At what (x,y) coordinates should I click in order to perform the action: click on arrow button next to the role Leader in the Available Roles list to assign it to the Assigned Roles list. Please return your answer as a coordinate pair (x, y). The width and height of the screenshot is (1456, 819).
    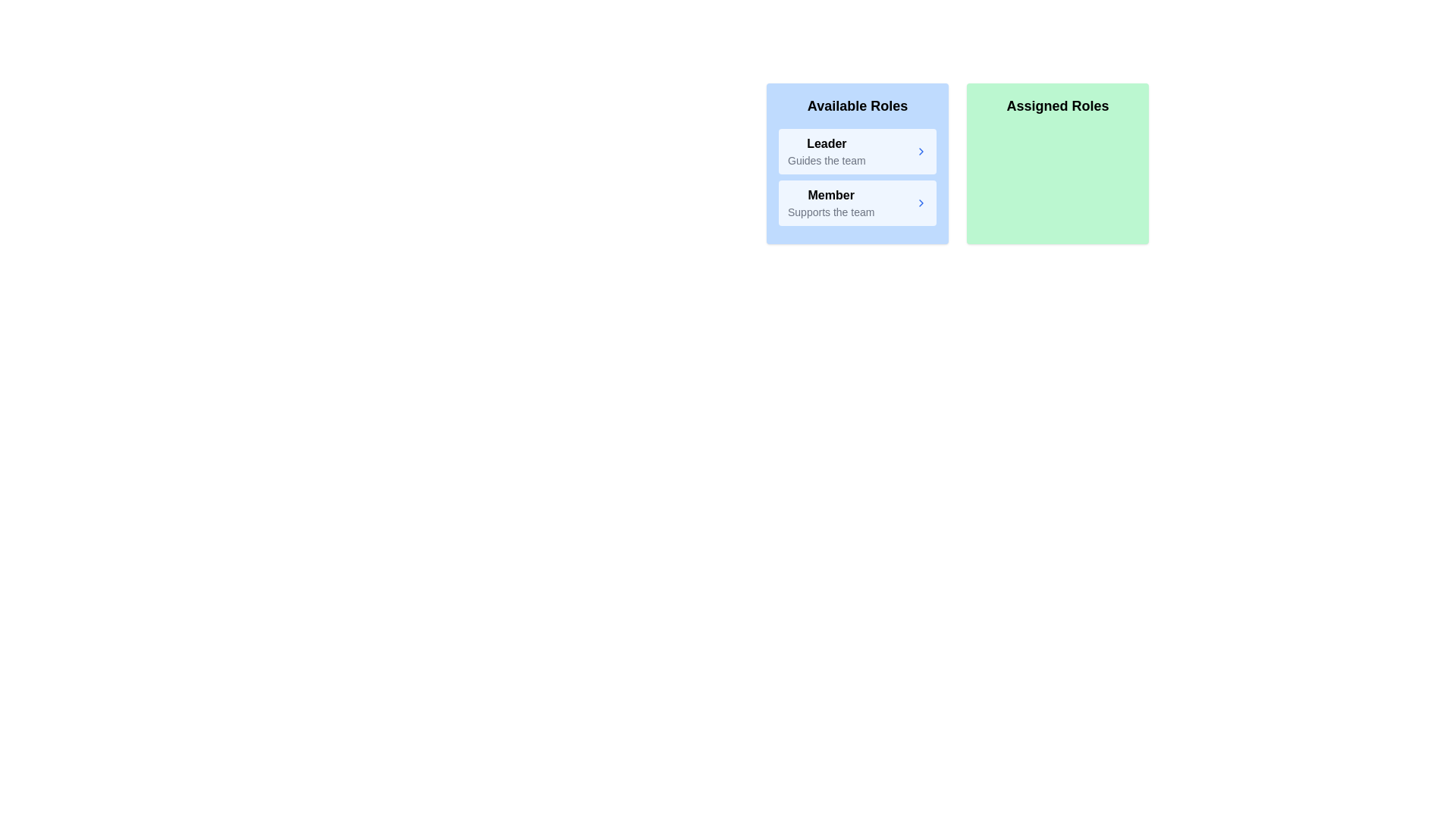
    Looking at the image, I should click on (920, 152).